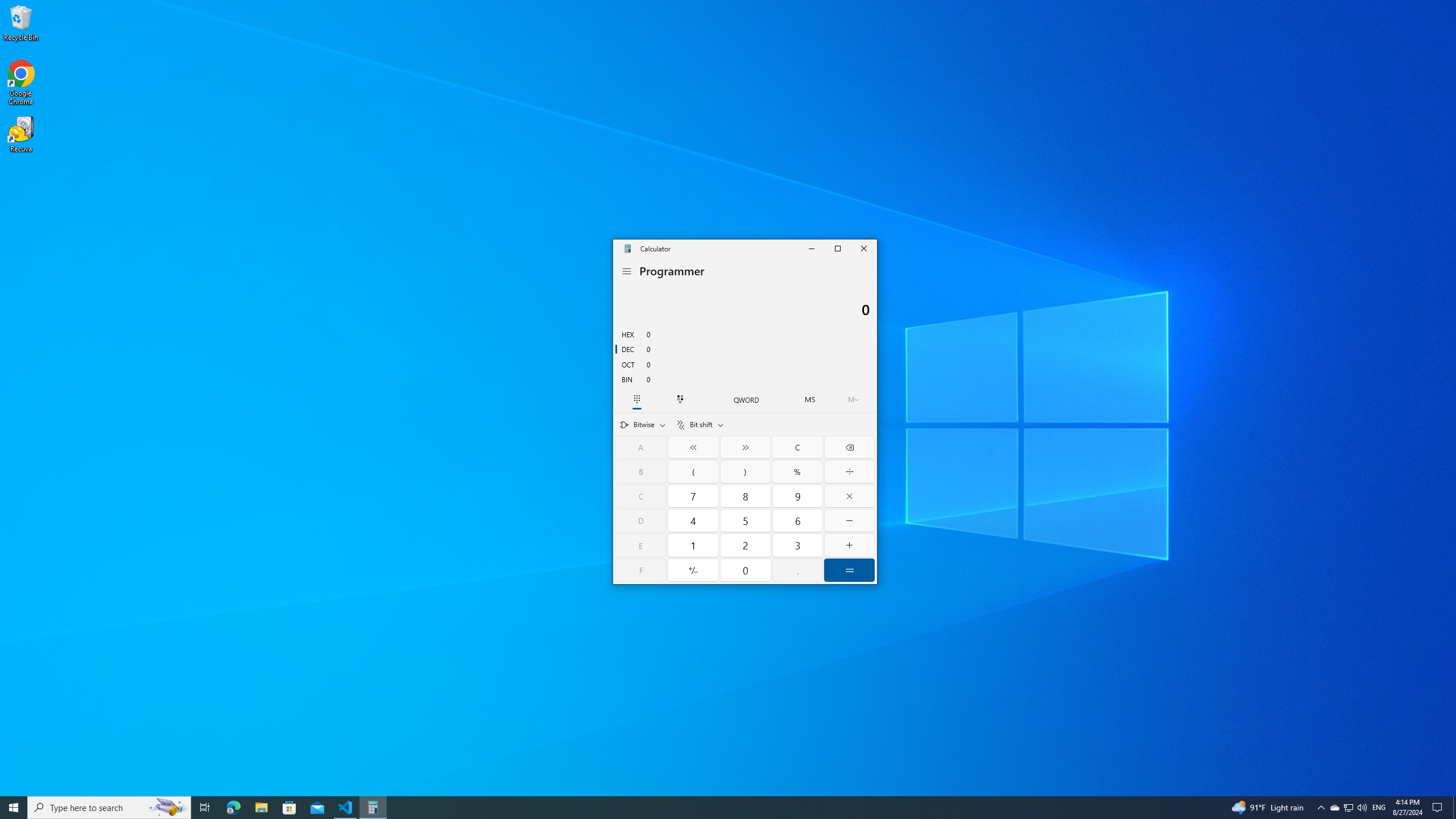 The height and width of the screenshot is (819, 1456). Describe the element at coordinates (640, 570) in the screenshot. I see `'F'` at that location.